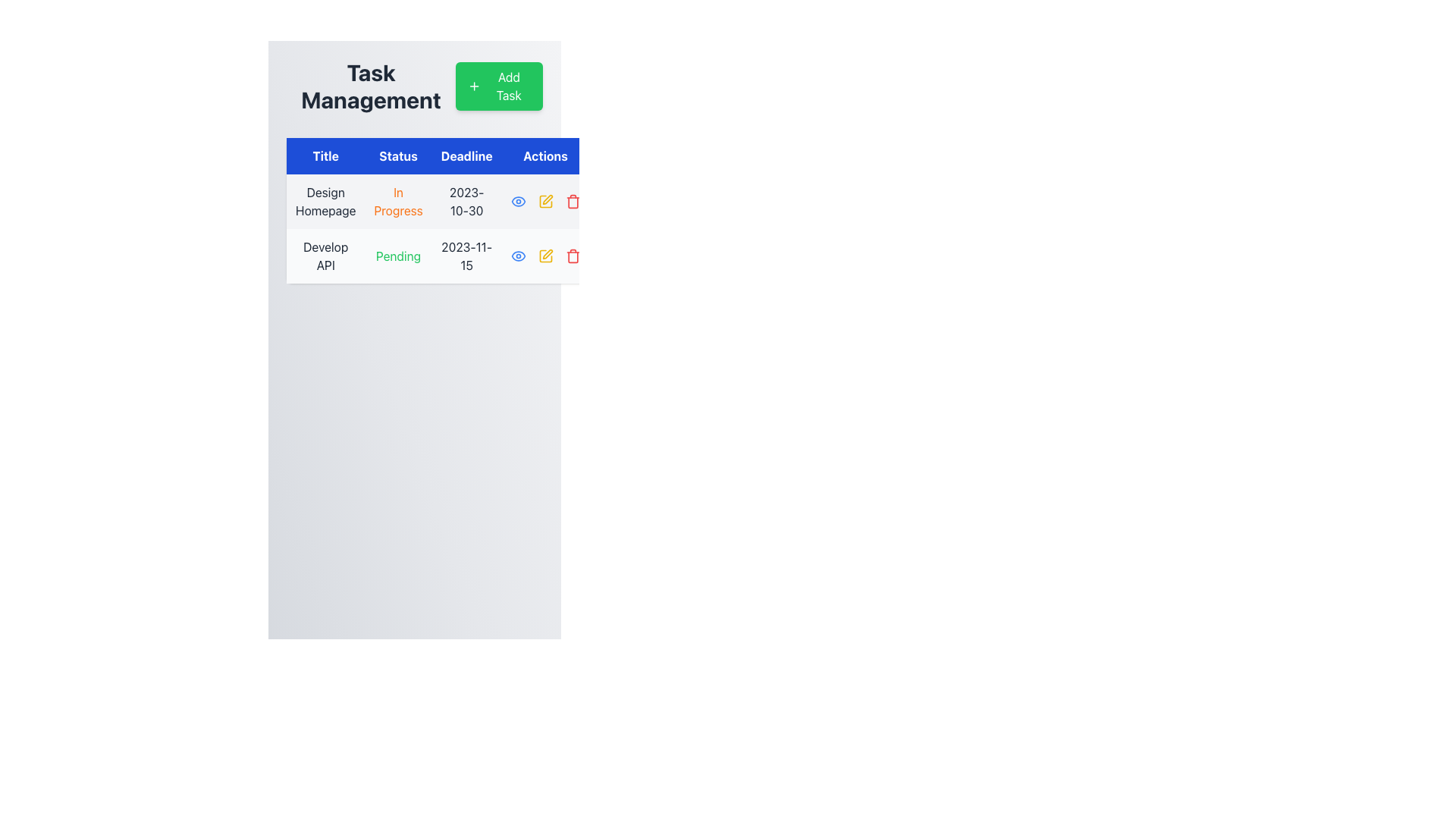 Image resolution: width=1456 pixels, height=819 pixels. Describe the element at coordinates (547, 199) in the screenshot. I see `the yellow pencil icon button located in the 'Actions' column of the second row in the task management table` at that location.